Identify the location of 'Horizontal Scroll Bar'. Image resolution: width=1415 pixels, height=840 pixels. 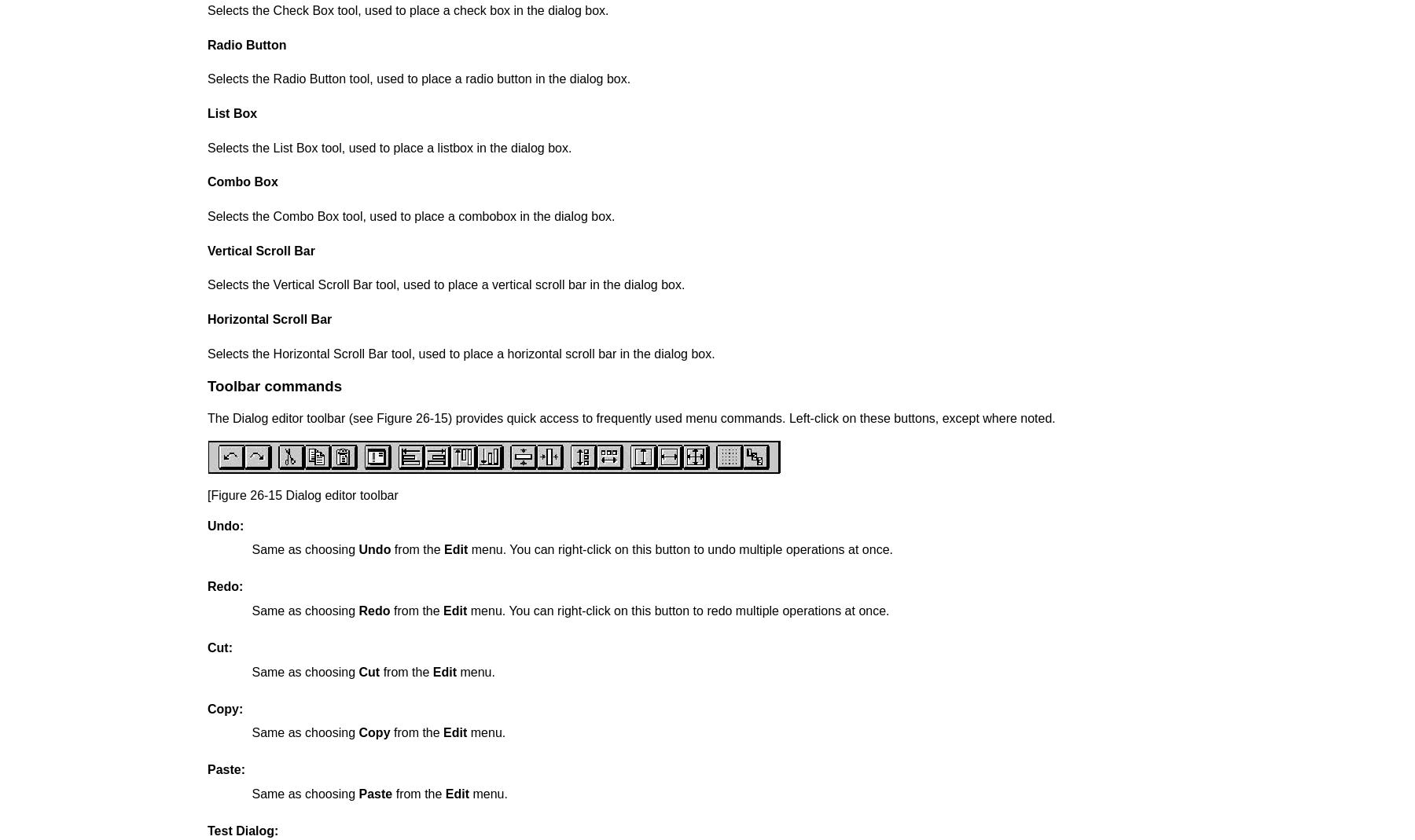
(270, 318).